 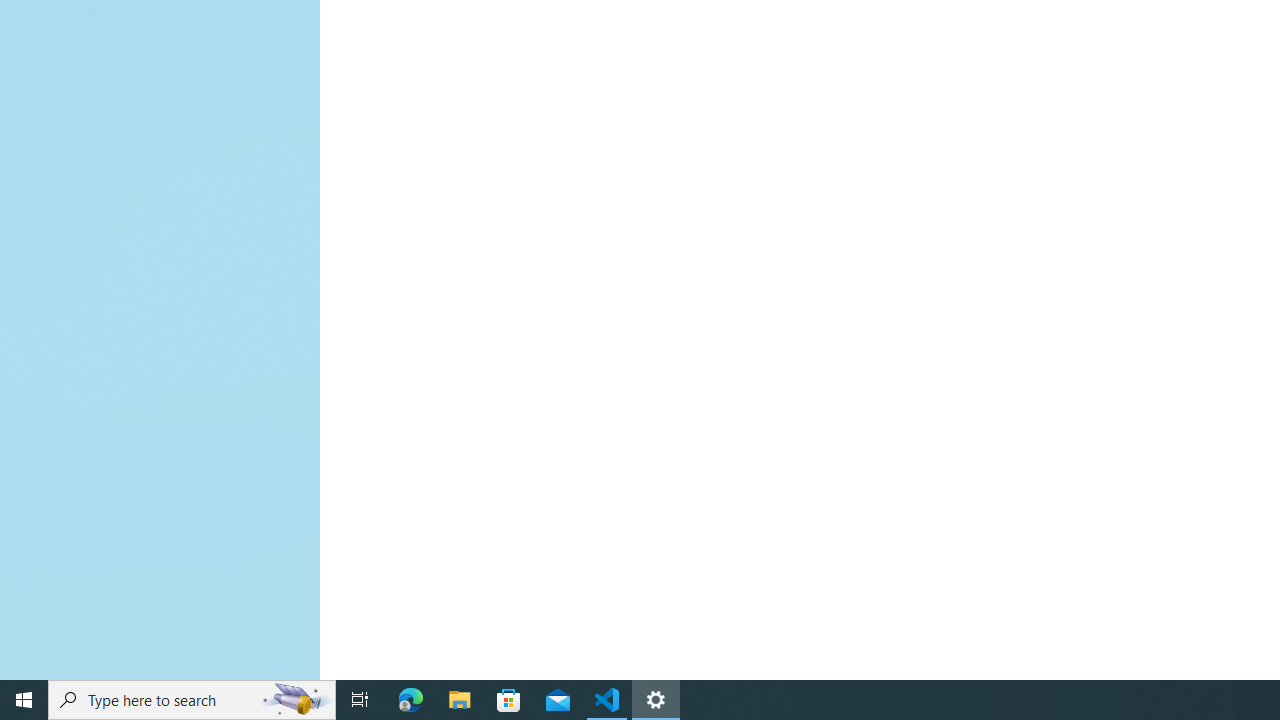 I want to click on 'Microsoft Store', so click(x=509, y=698).